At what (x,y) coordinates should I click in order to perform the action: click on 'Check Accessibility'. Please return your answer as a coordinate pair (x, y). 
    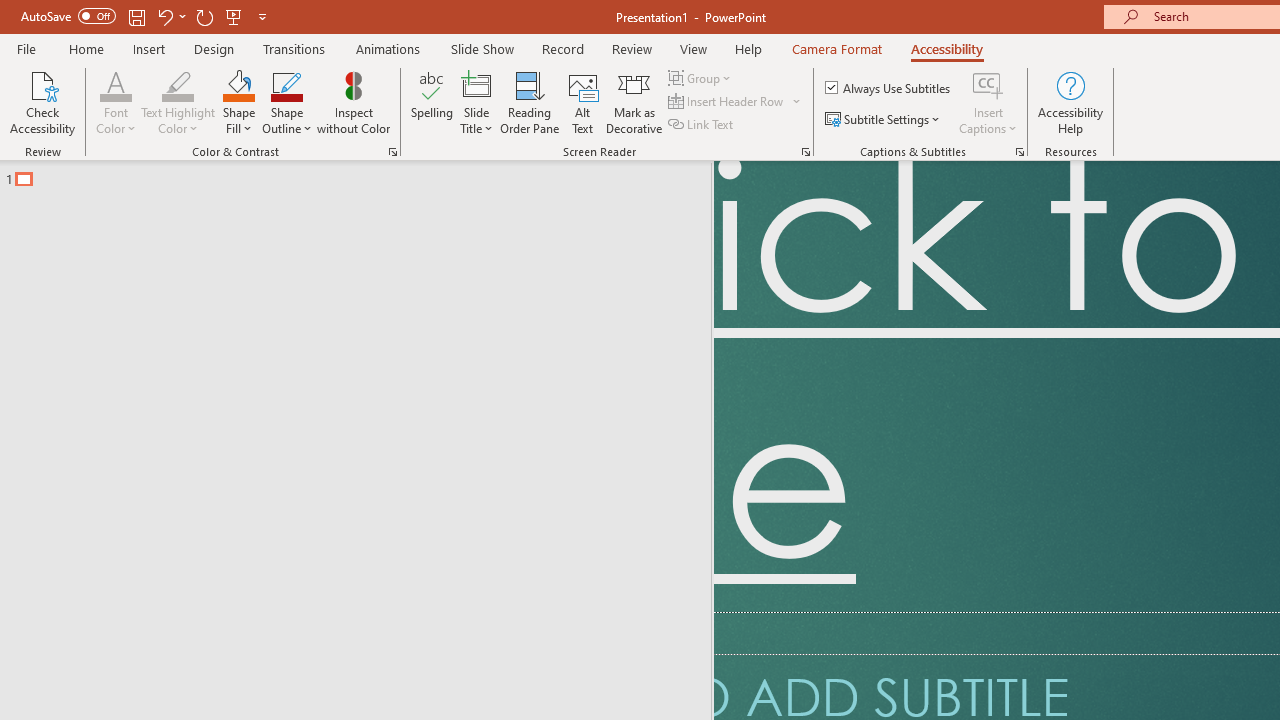
    Looking at the image, I should click on (42, 103).